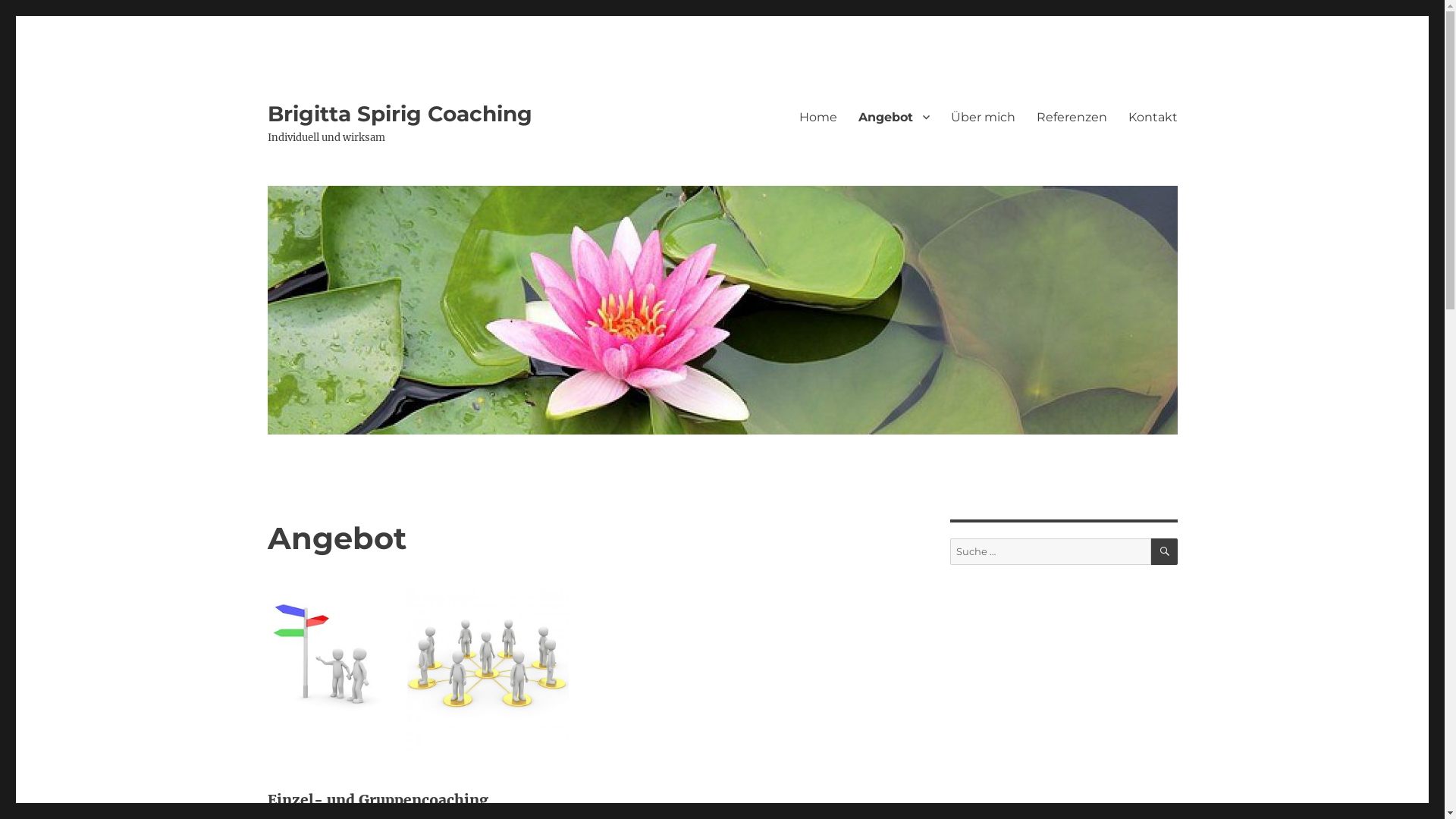 The height and width of the screenshot is (819, 1456). I want to click on 'Home', so click(789, 116).